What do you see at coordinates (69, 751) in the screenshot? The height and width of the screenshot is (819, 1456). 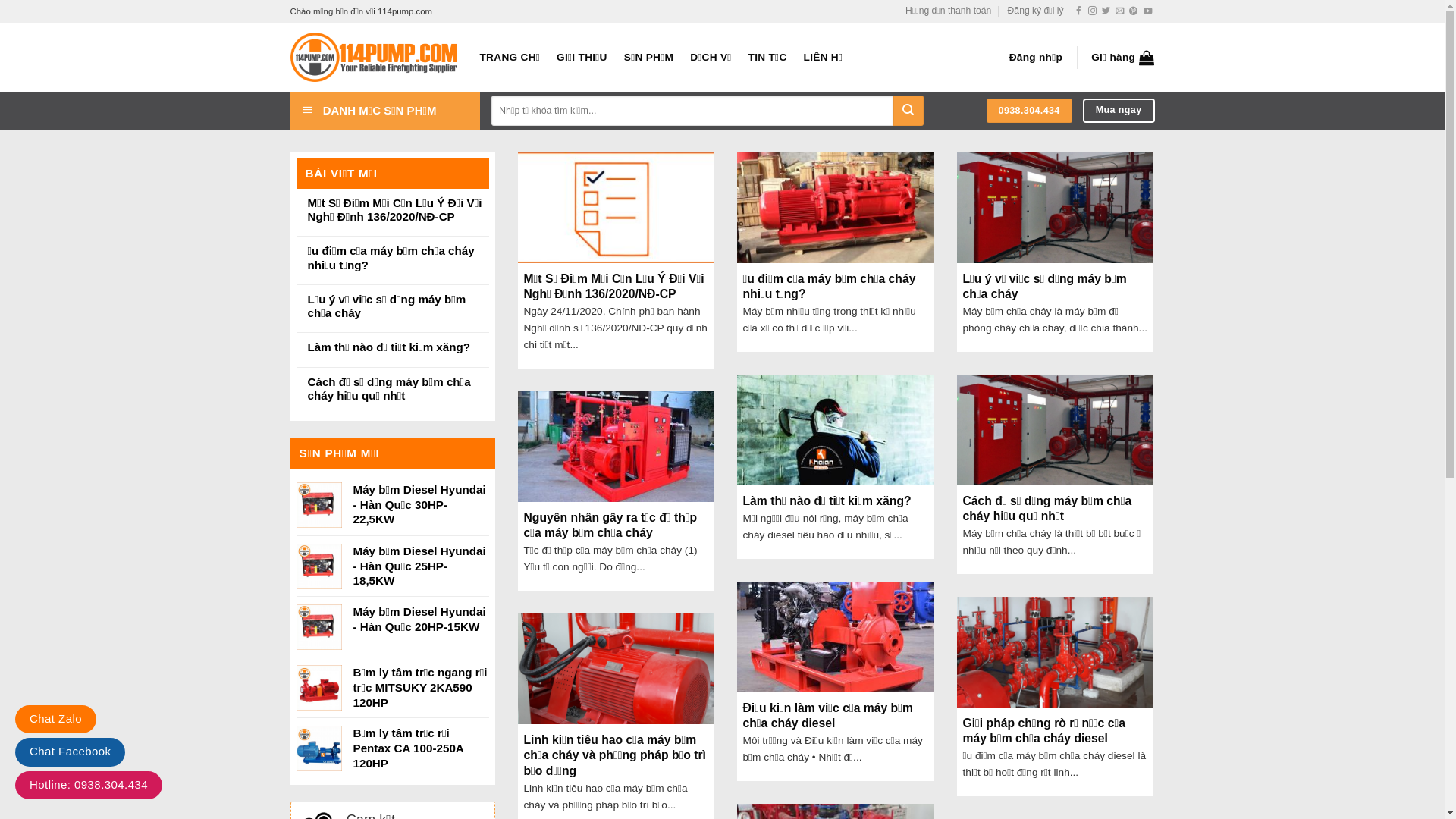 I see `'Chat Facebook'` at bounding box center [69, 751].